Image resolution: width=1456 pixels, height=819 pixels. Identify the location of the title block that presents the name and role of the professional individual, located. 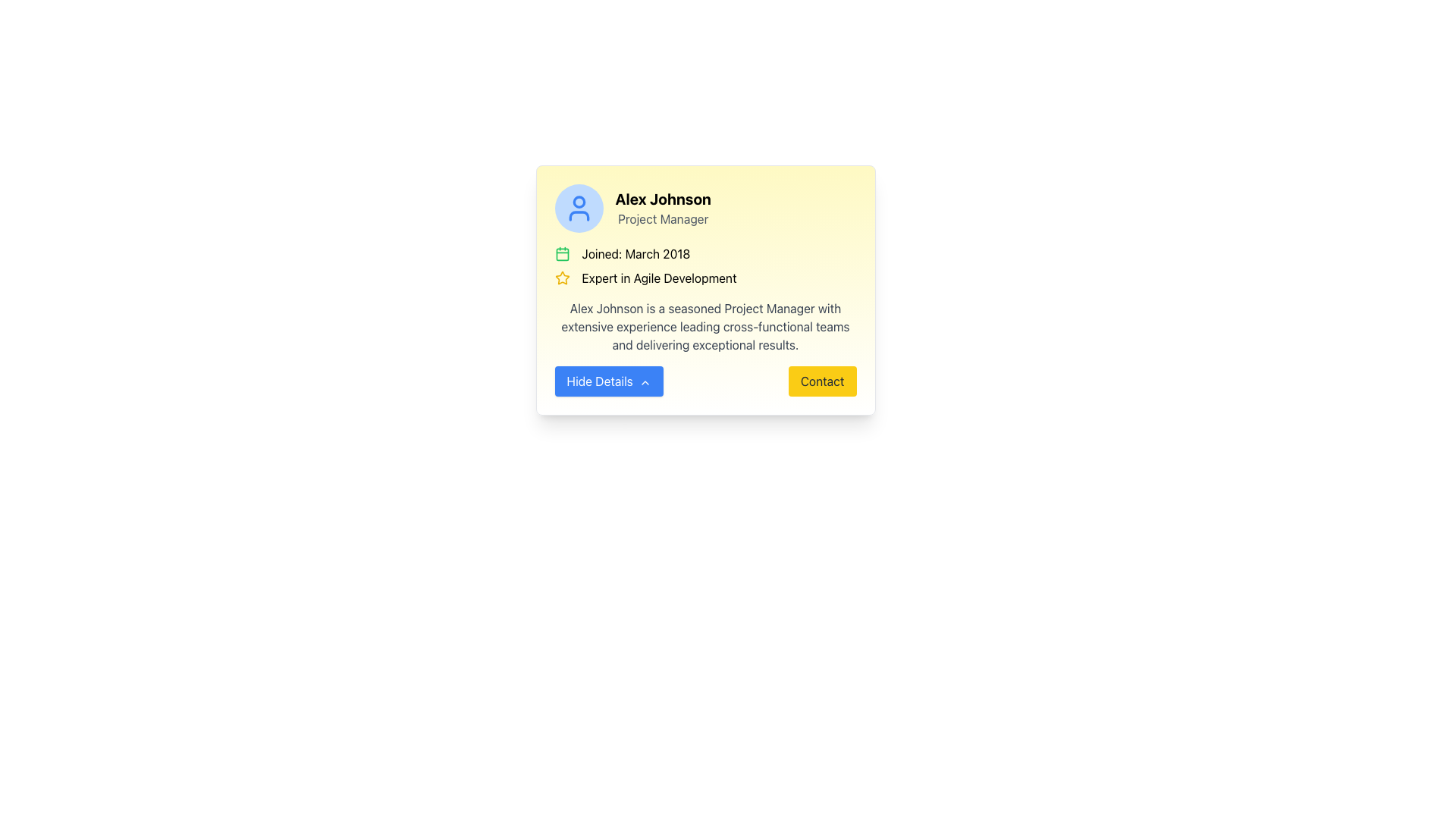
(663, 208).